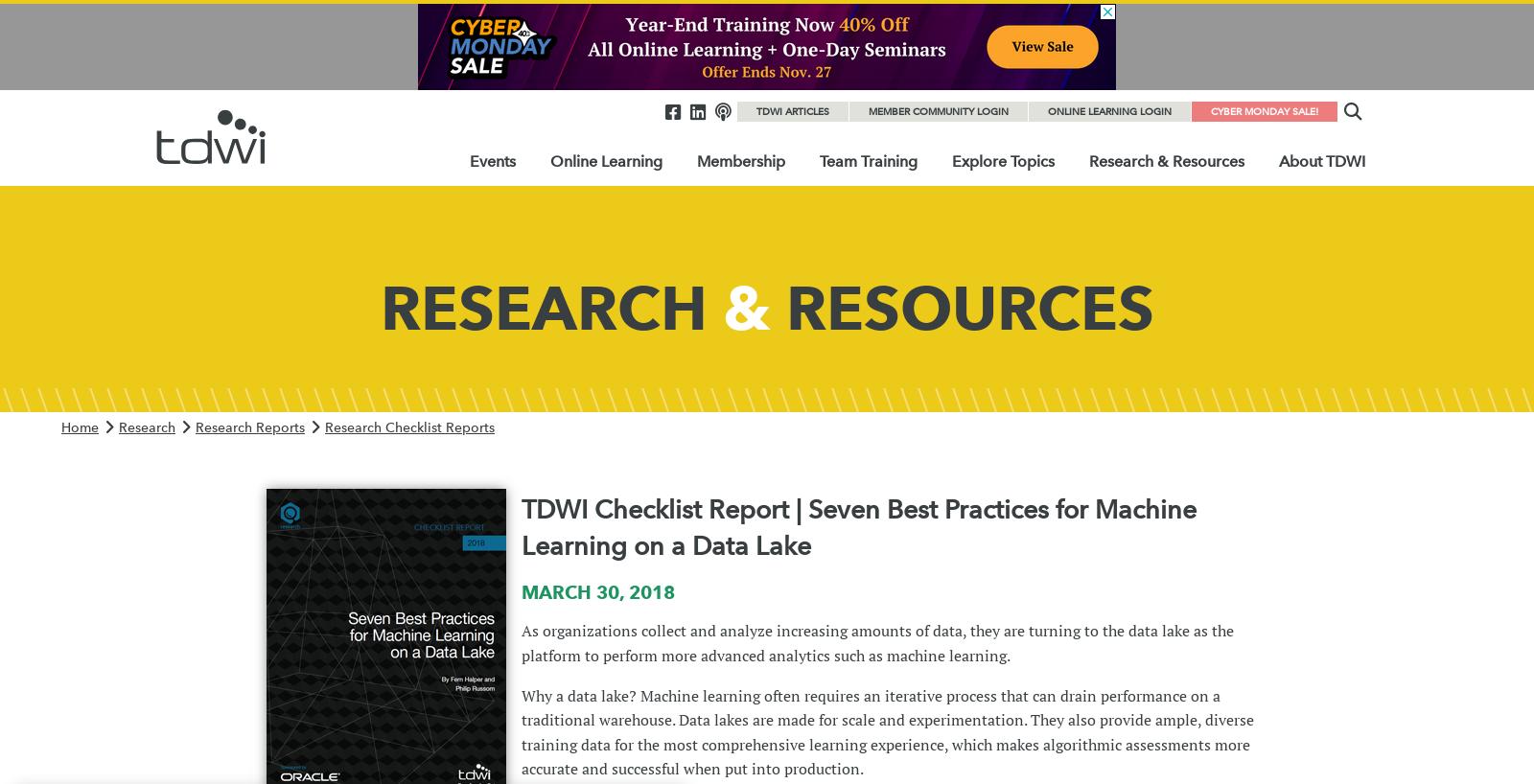 Image resolution: width=1534 pixels, height=784 pixels. I want to click on 'Transform 2024 Las Vegas', so click(562, 381).